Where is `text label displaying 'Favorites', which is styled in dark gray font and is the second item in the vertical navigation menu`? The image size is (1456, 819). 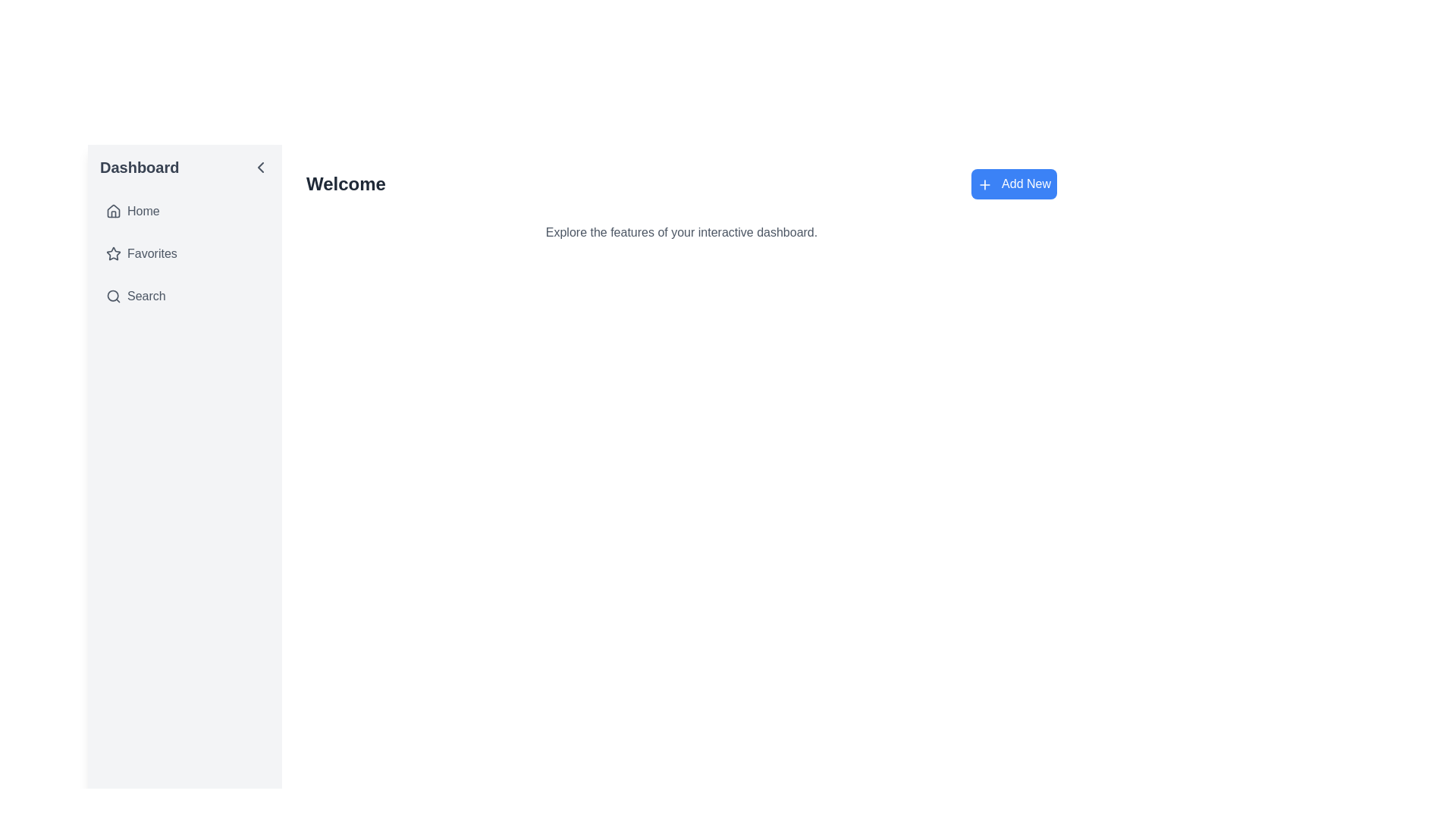
text label displaying 'Favorites', which is styled in dark gray font and is the second item in the vertical navigation menu is located at coordinates (152, 253).